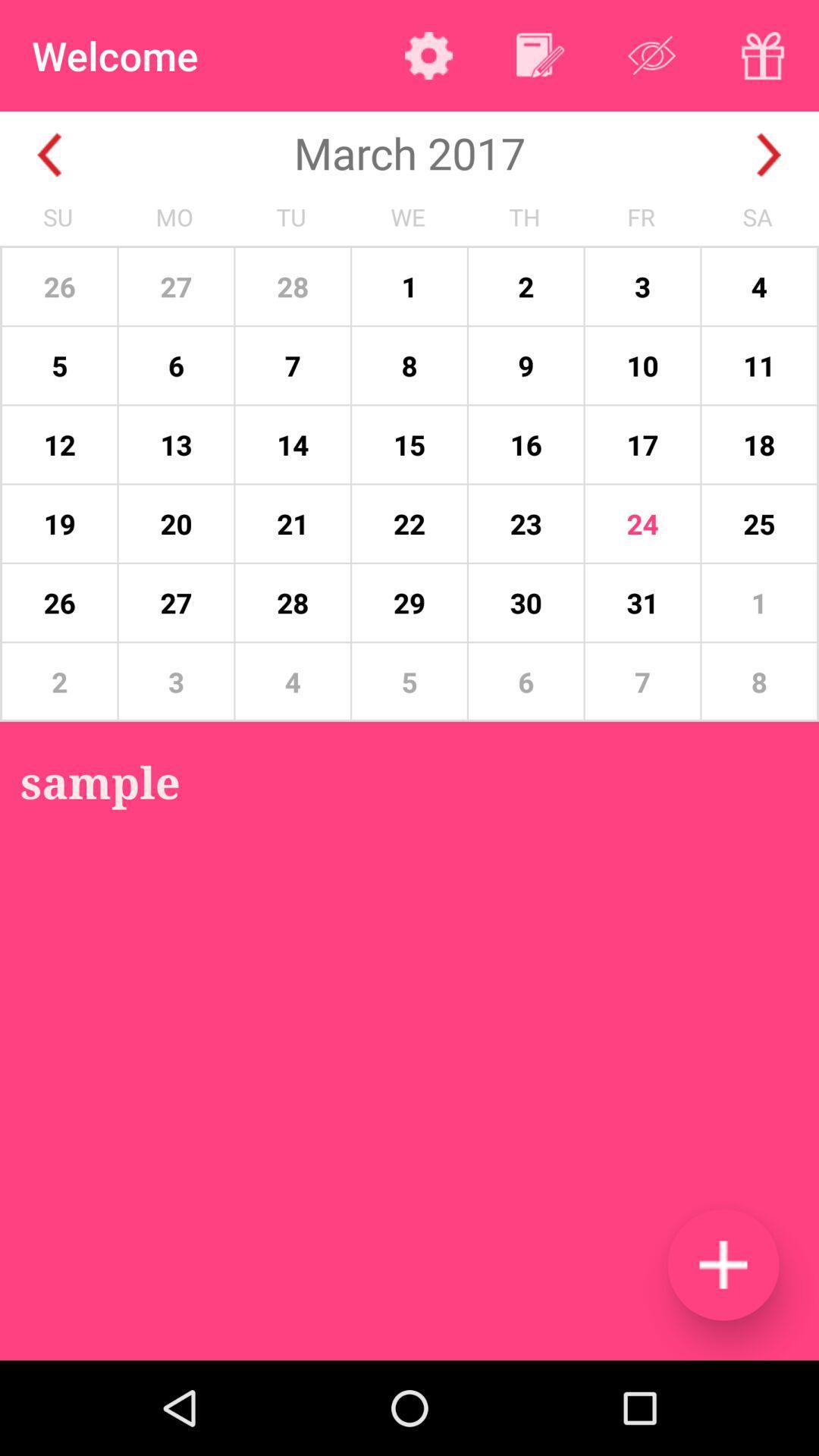  What do you see at coordinates (539, 55) in the screenshot?
I see `to calendar` at bounding box center [539, 55].